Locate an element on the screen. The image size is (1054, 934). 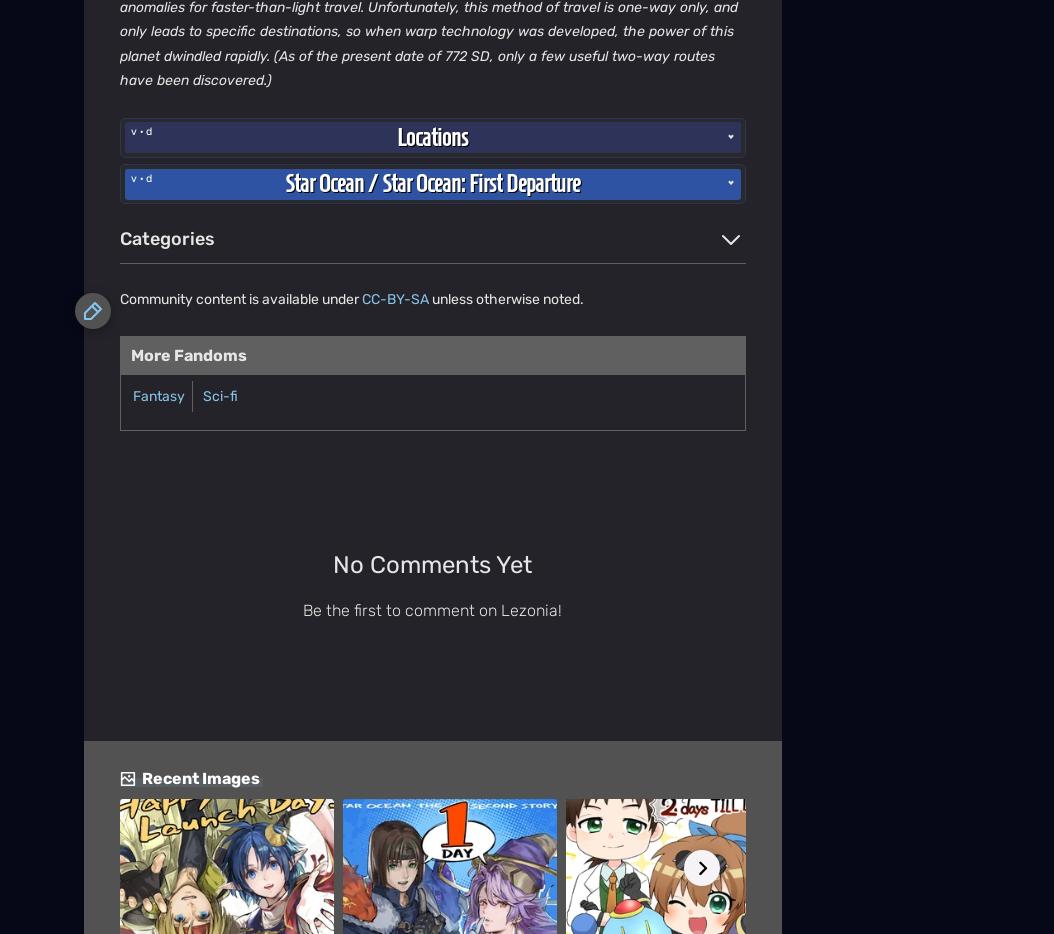
'Star Ocean Wiki is a FANDOM Games Community.' is located at coordinates (432, 586).